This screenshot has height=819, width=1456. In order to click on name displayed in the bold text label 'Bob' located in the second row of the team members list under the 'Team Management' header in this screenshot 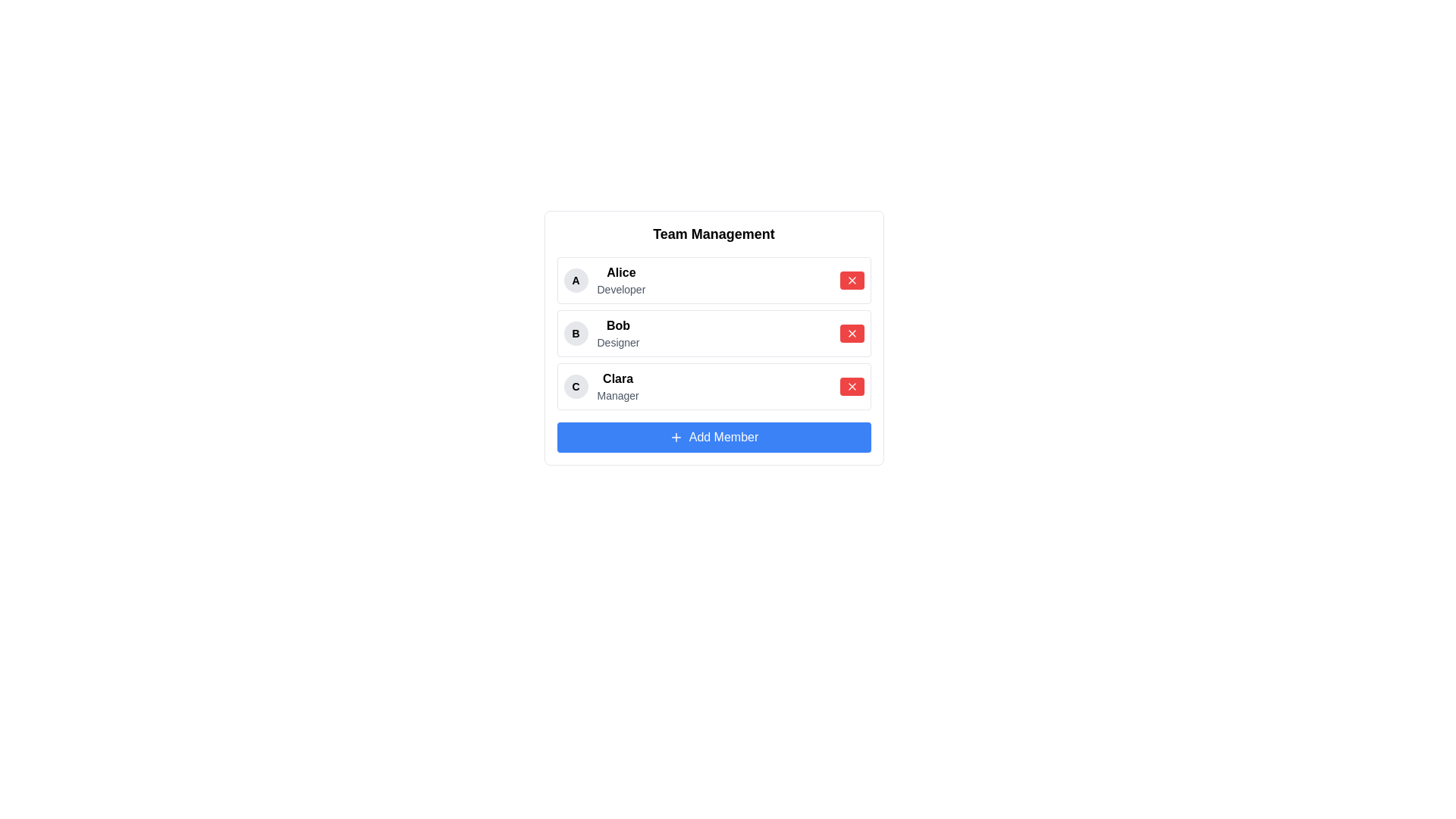, I will do `click(618, 325)`.